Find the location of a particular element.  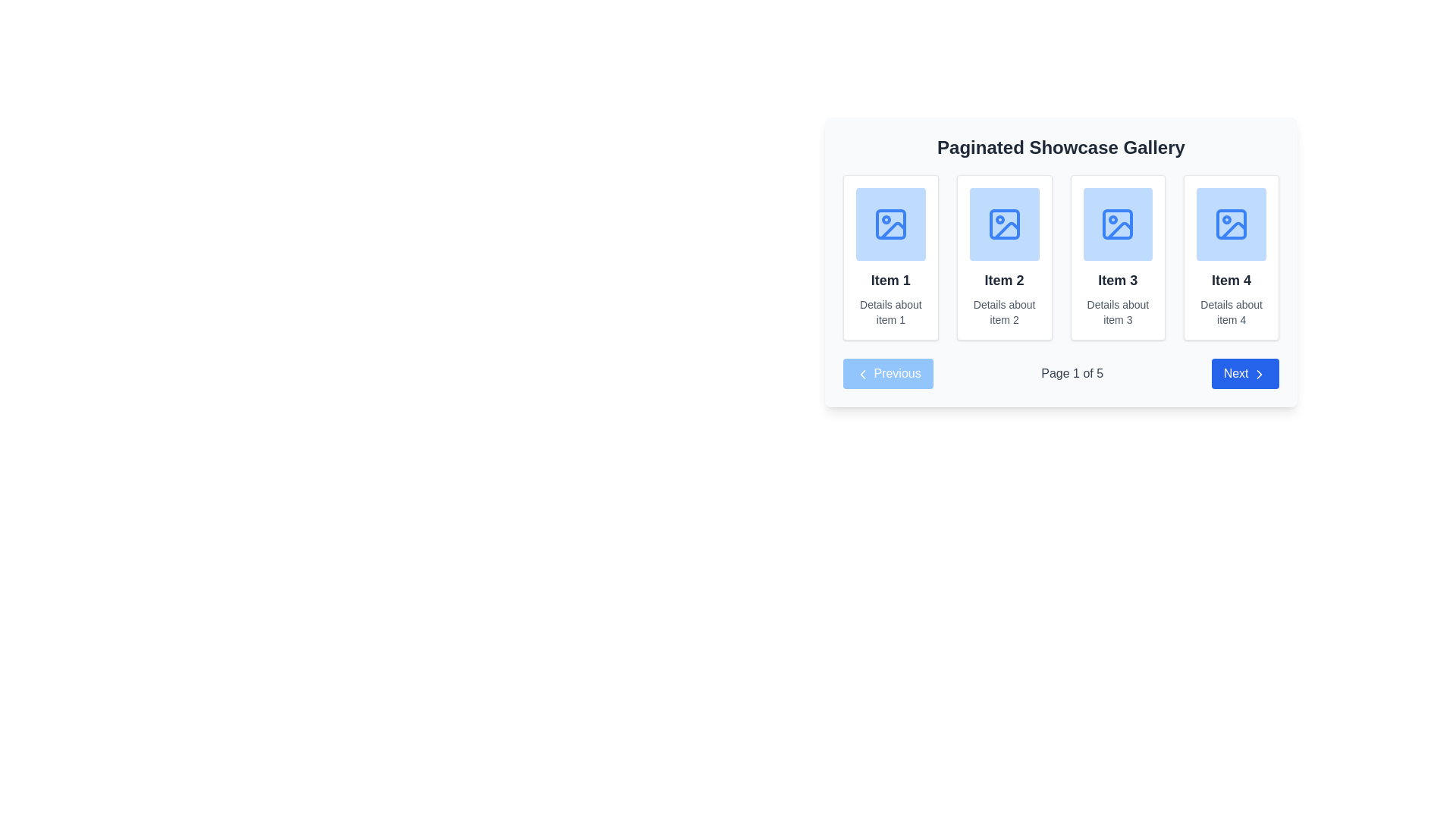

the blueprint-styled image icon labeled 'Item 3' is located at coordinates (1118, 224).